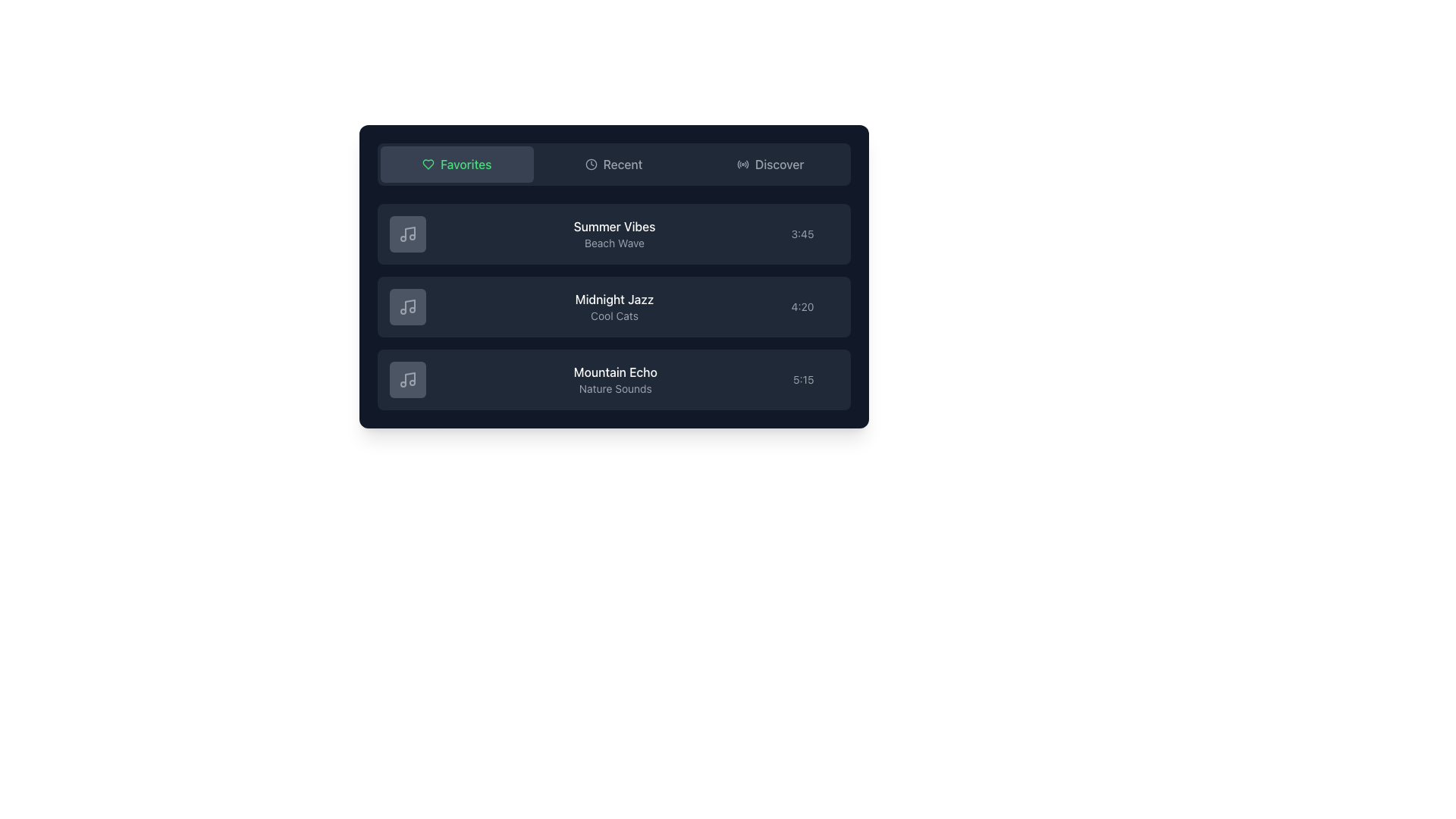  Describe the element at coordinates (614, 242) in the screenshot. I see `text content of the subtitle text label located below the 'Summer Vibes' text element in the first list entry of the vertically stacked list interface` at that location.